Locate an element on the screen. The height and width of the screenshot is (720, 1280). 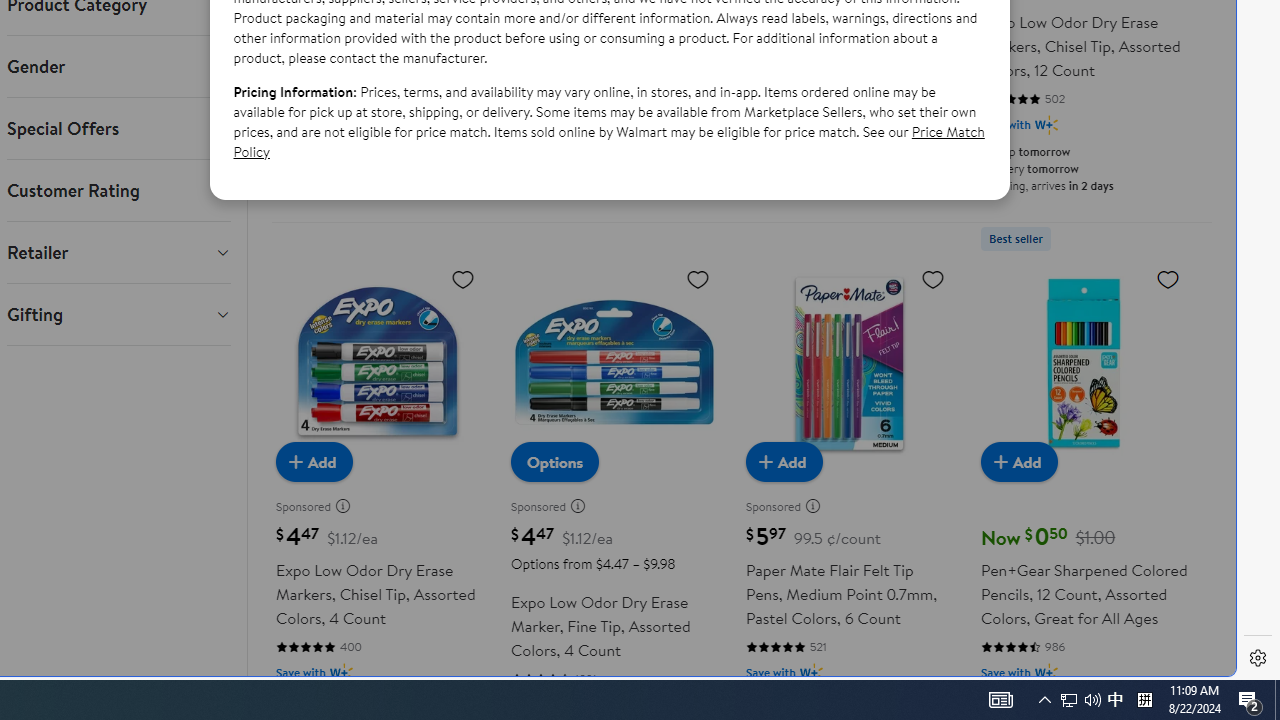
'Price Match Policy' is located at coordinates (608, 140).